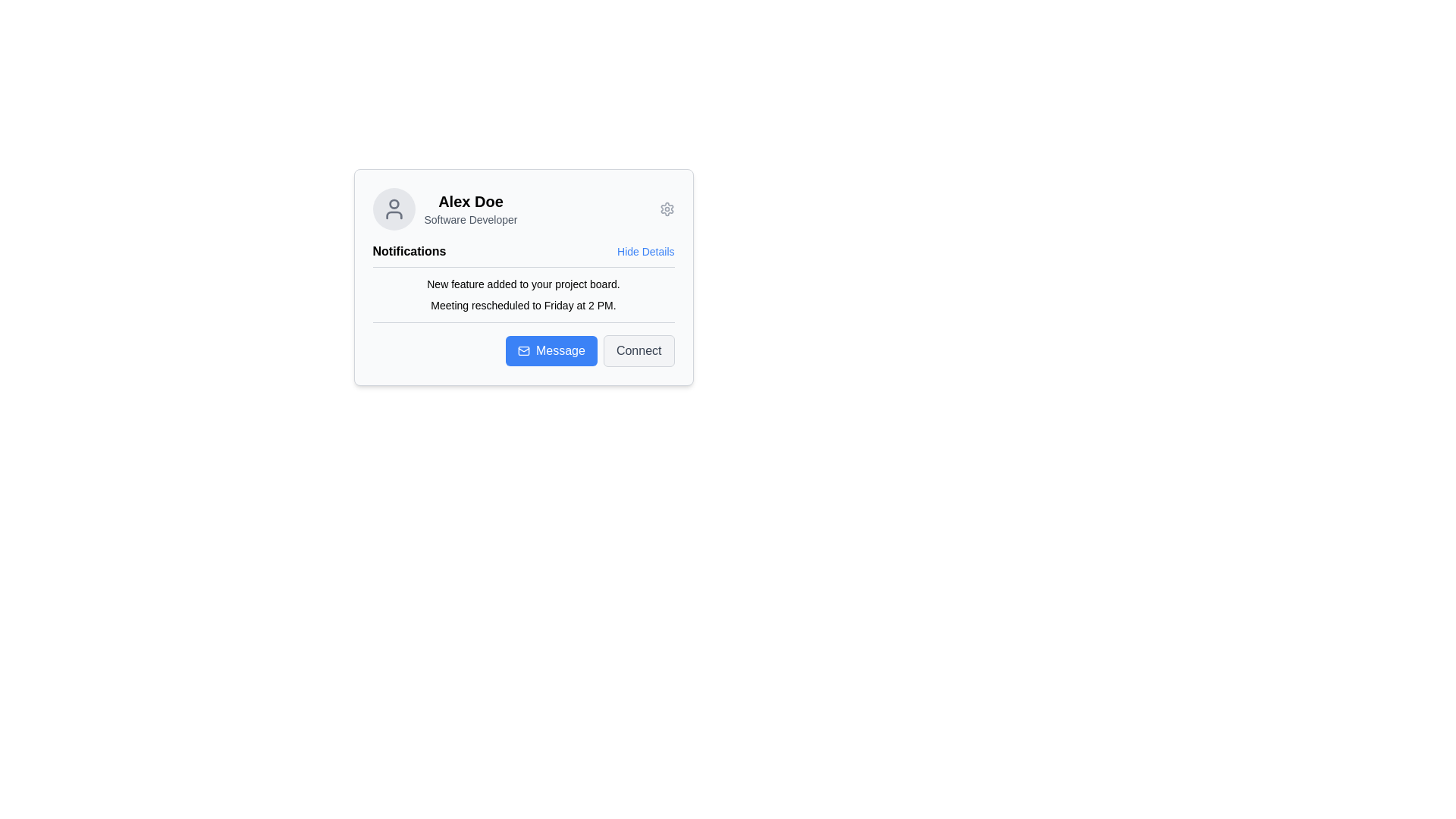 This screenshot has height=819, width=1456. What do you see at coordinates (409, 250) in the screenshot?
I see `the 'Notifications' text label, which is bold and positioned in the top-left corner of the section, above the 'Hide Details' link` at bounding box center [409, 250].